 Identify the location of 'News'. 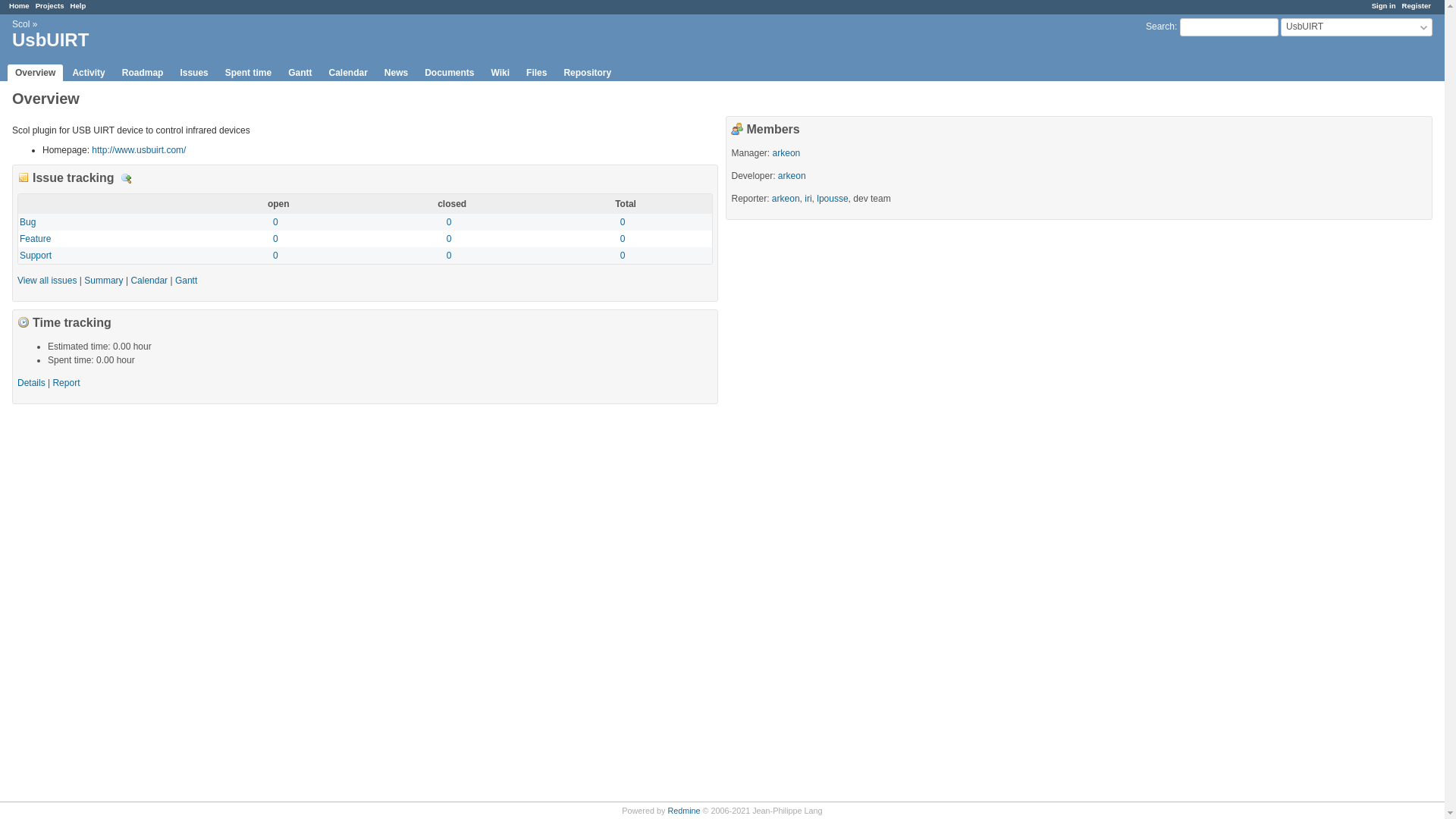
(377, 73).